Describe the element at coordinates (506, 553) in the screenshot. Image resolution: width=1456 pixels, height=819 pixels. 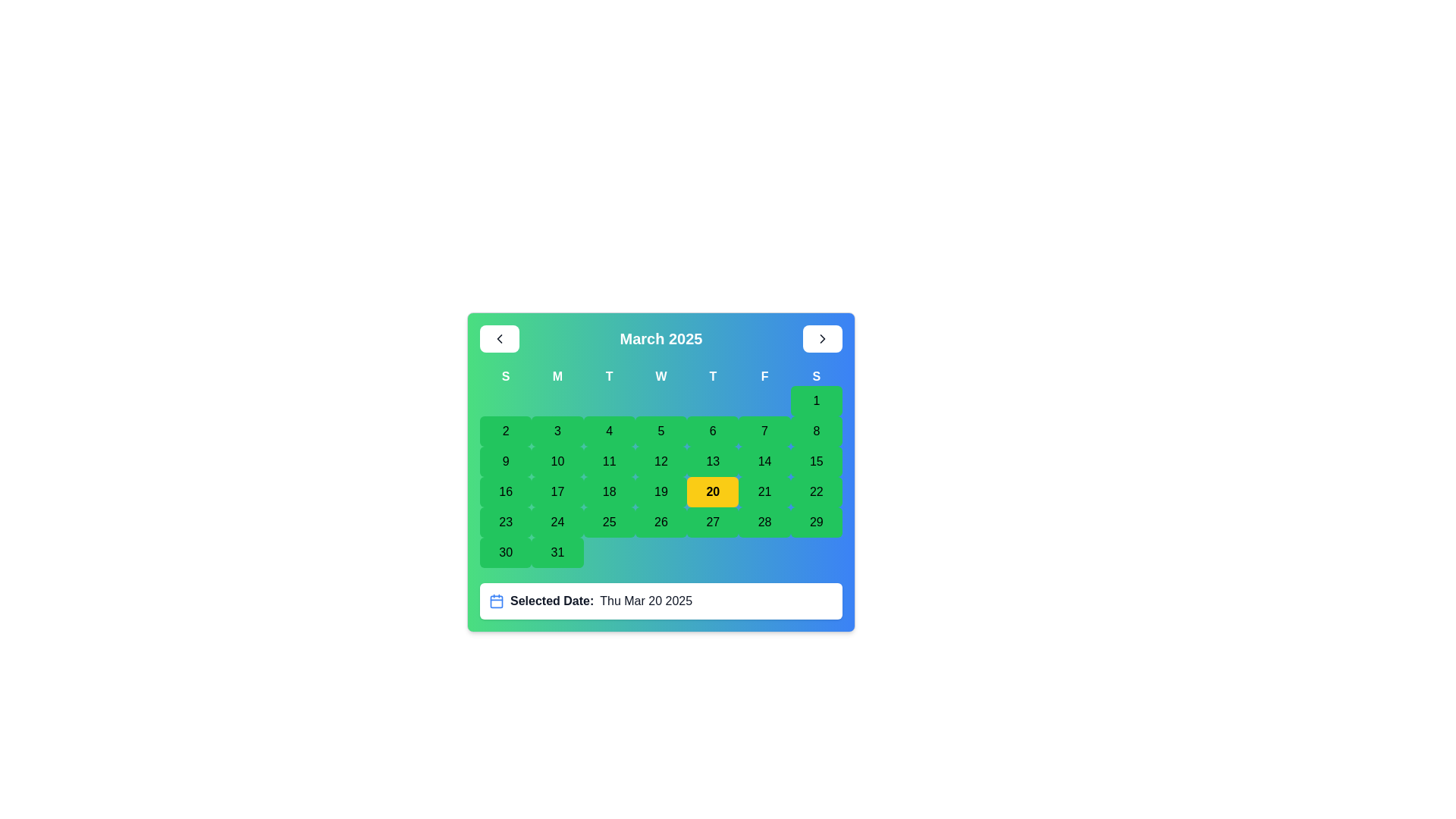
I see `the green button with rounded corners that contains the number '30' in bold black text, located in the last row of a 7-column calendar grid` at that location.